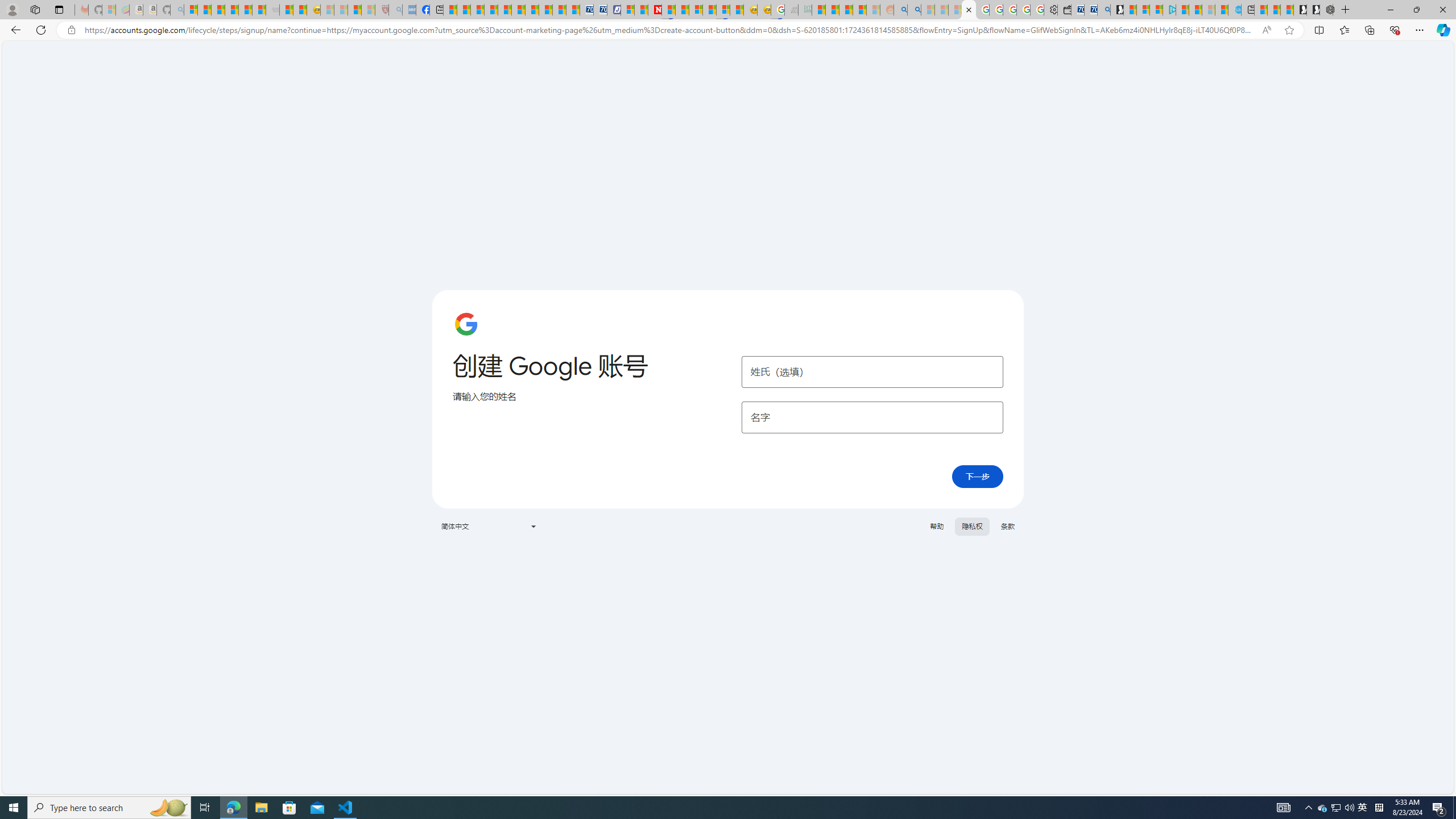 This screenshot has height=819, width=1456. I want to click on 'Latest Politics News & Archive | Newsweek.com', so click(655, 9).